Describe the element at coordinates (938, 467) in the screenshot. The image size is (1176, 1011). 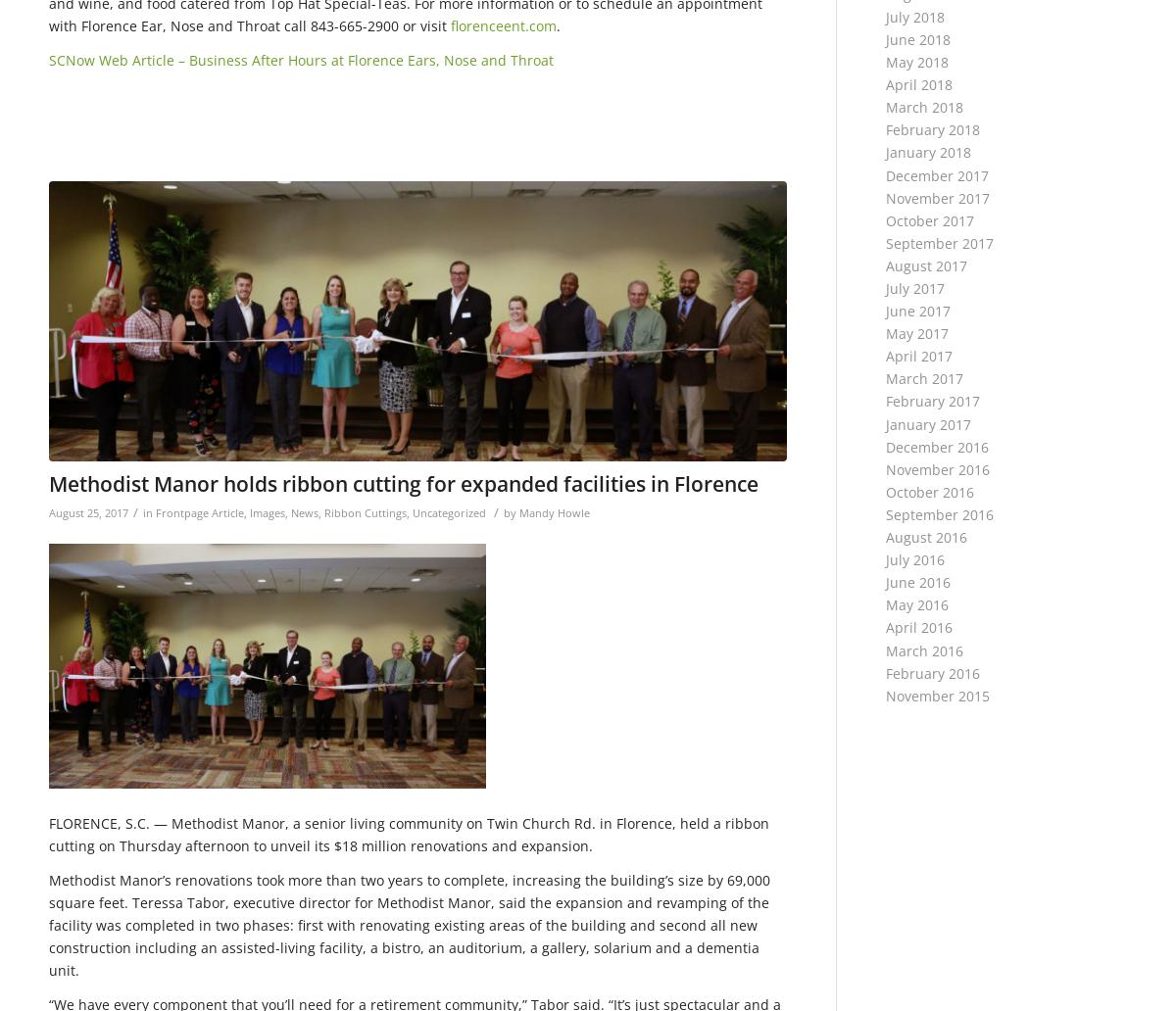
I see `'November 2016'` at that location.